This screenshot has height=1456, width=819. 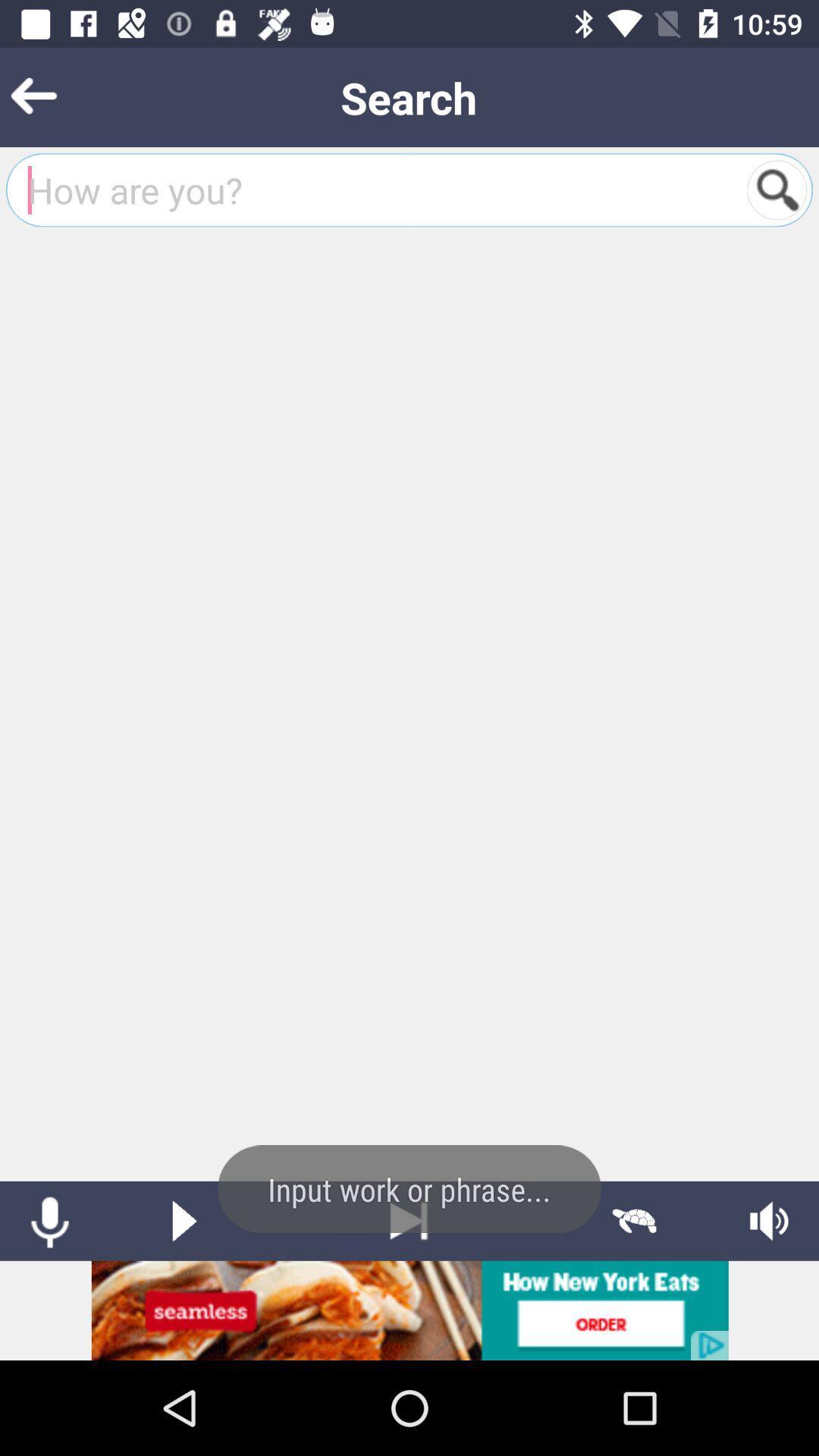 What do you see at coordinates (184, 1221) in the screenshot?
I see `play` at bounding box center [184, 1221].